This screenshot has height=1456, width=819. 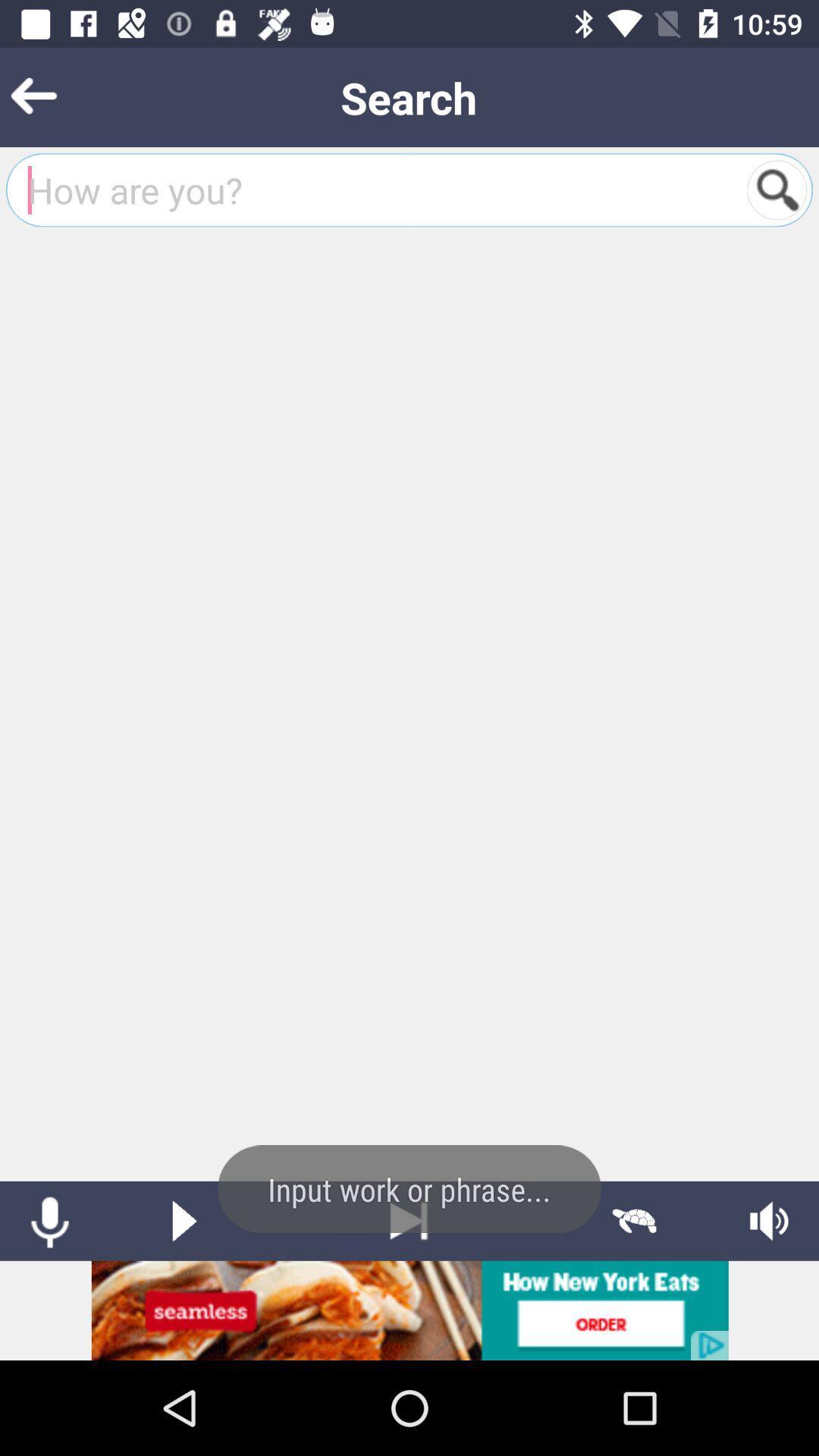 What do you see at coordinates (184, 1221) in the screenshot?
I see `play` at bounding box center [184, 1221].